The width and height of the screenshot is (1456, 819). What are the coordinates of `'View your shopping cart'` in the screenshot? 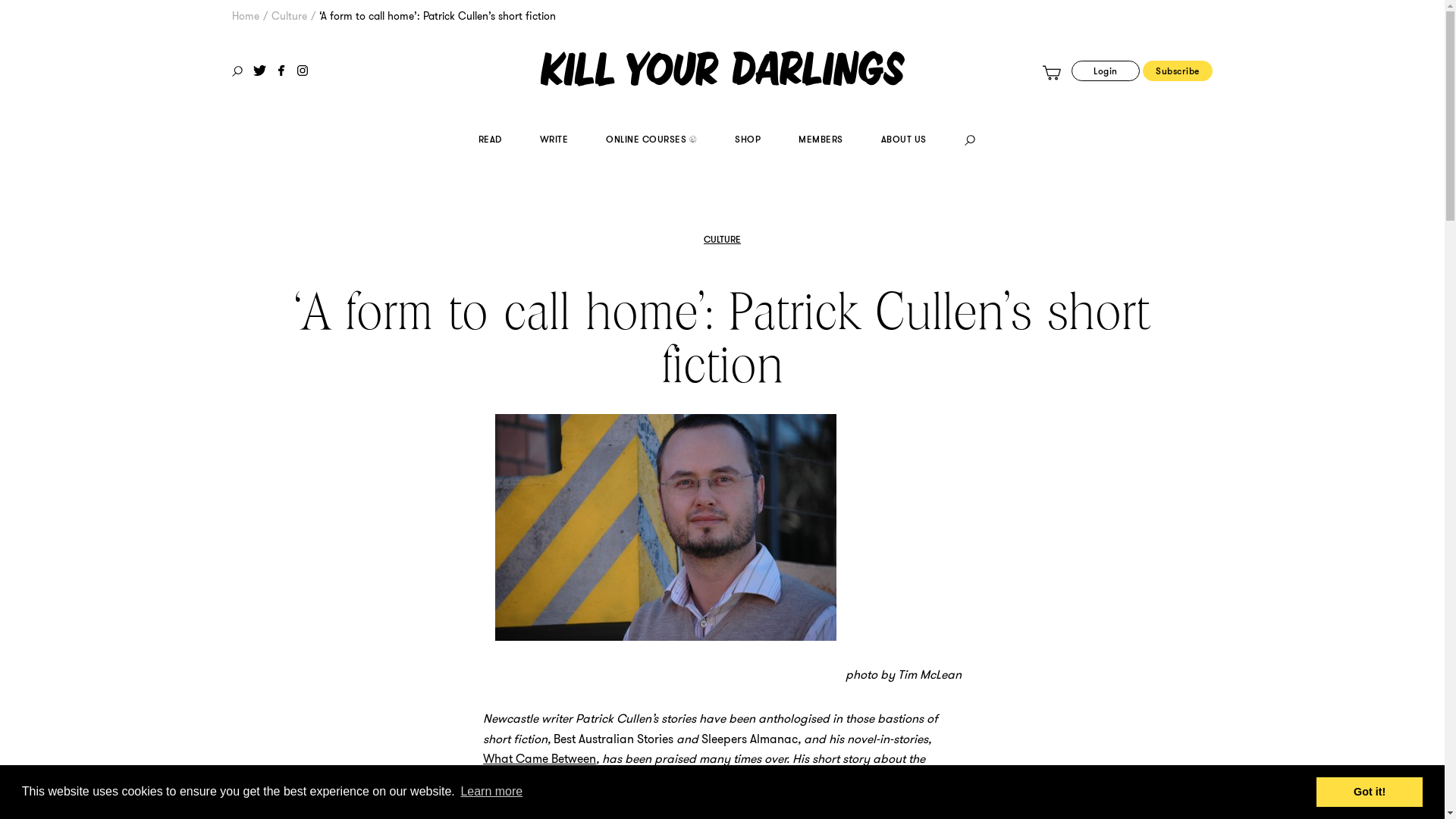 It's located at (1051, 73).